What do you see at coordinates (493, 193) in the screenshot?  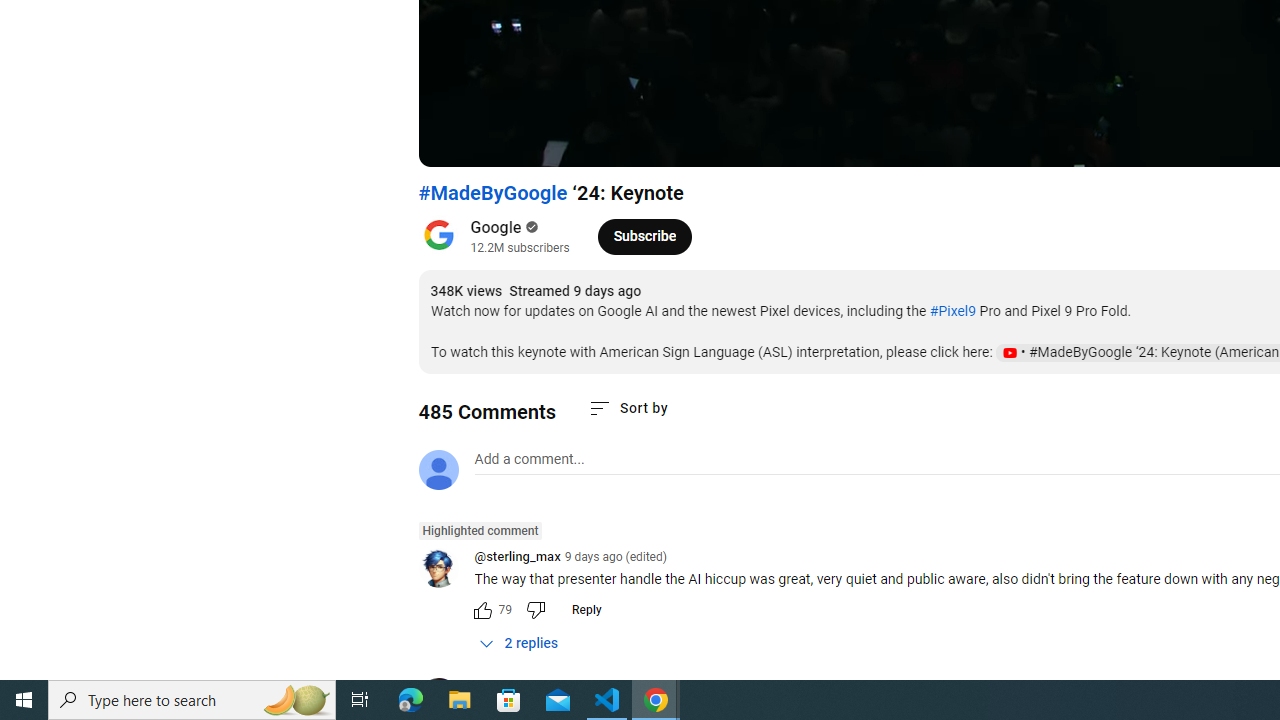 I see `'#MadeByGoogle'` at bounding box center [493, 193].